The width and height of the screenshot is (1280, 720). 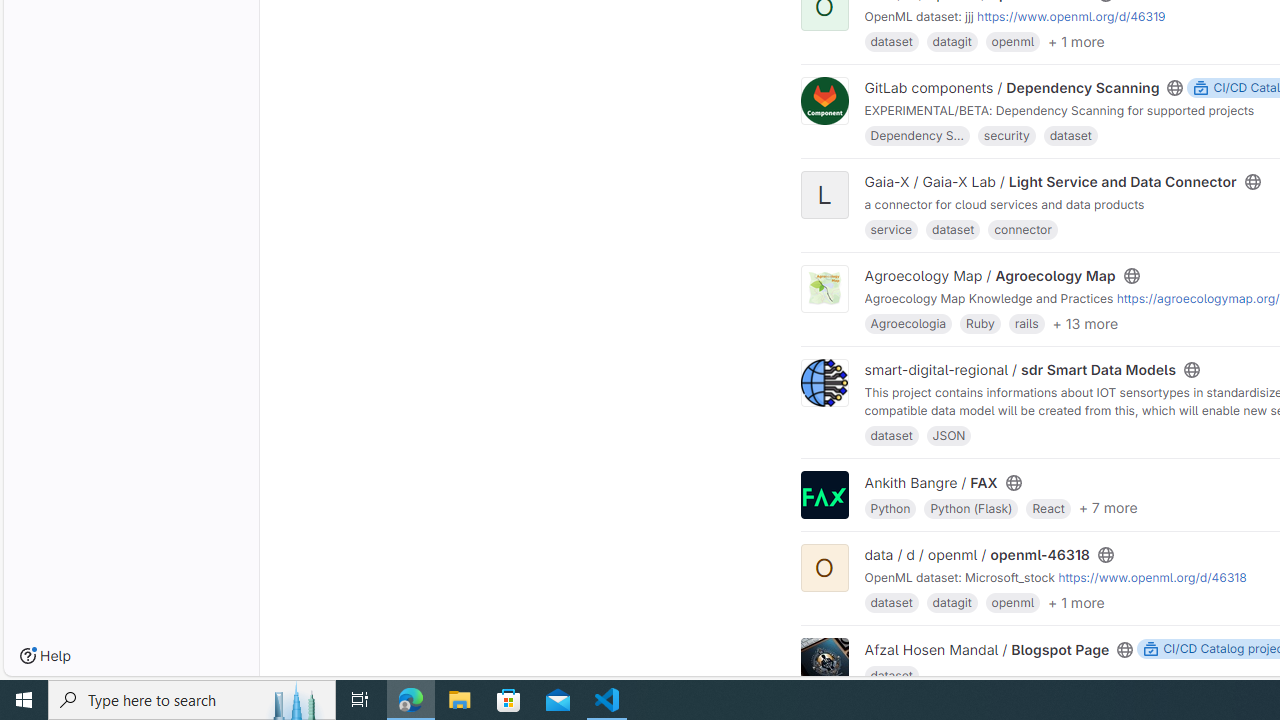 I want to click on 'Python (Flask)', so click(x=971, y=506).